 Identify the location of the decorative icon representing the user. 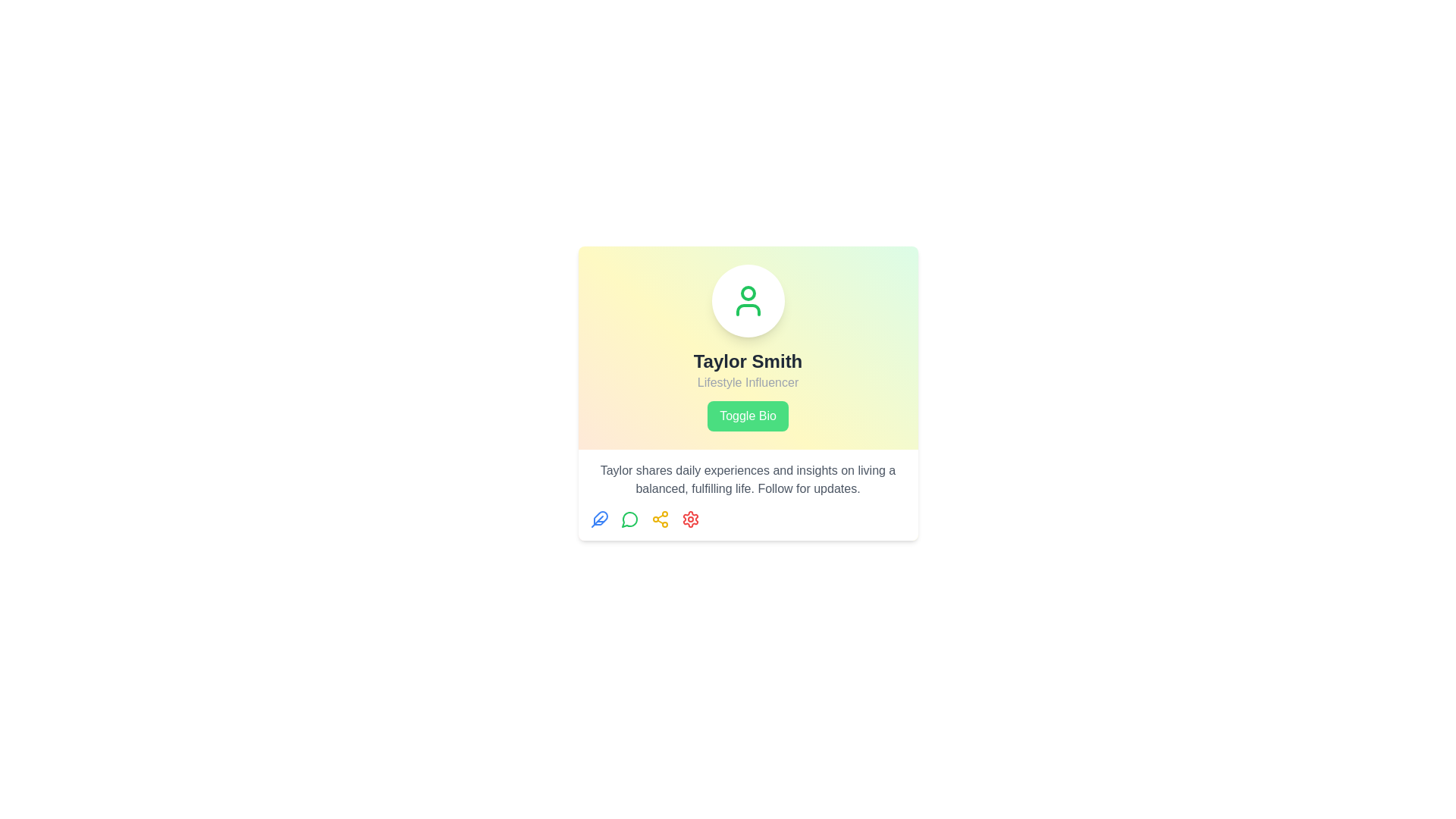
(748, 301).